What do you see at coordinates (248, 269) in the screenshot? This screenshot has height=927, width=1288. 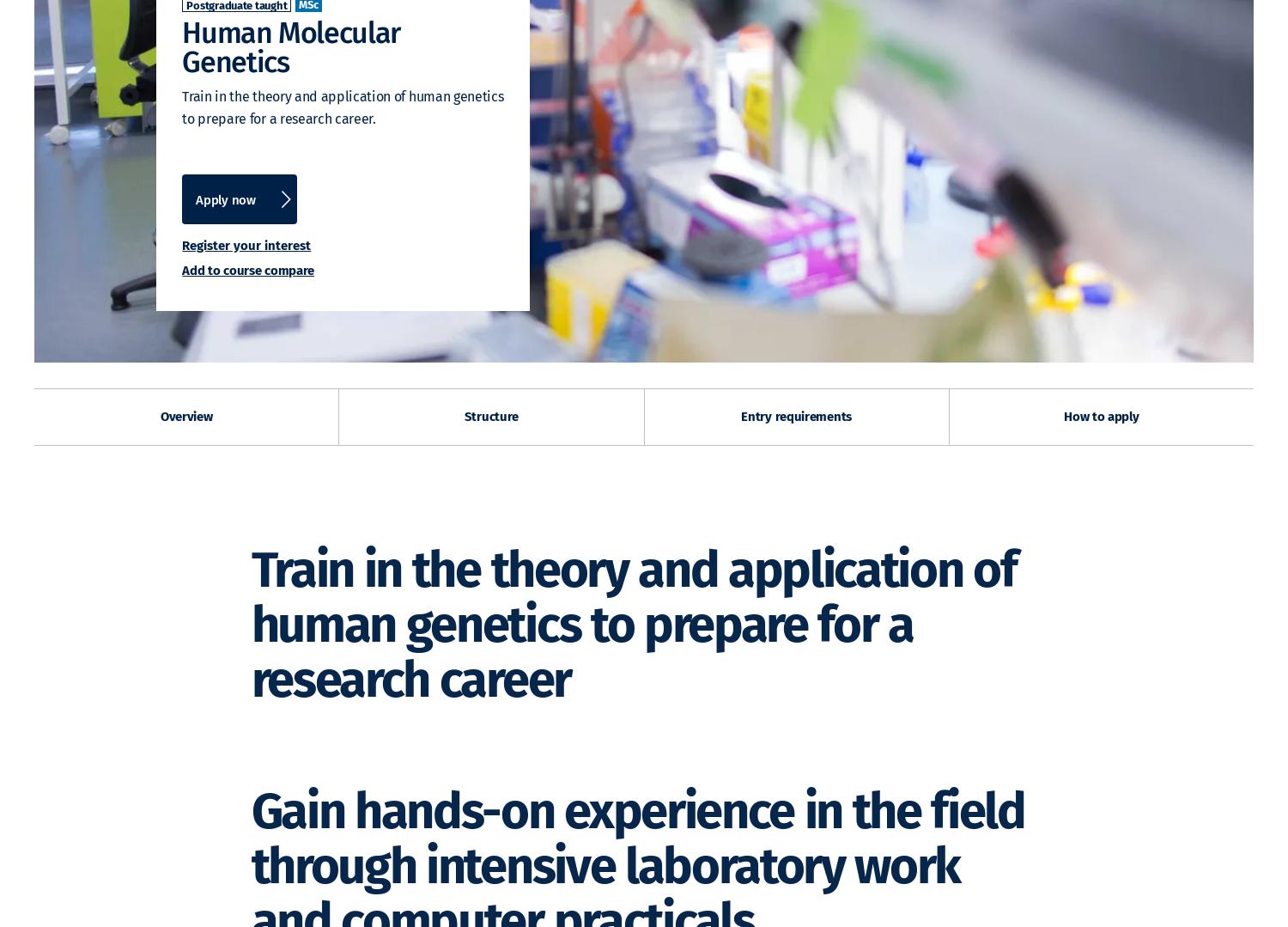 I see `'Add to course compare'` at bounding box center [248, 269].